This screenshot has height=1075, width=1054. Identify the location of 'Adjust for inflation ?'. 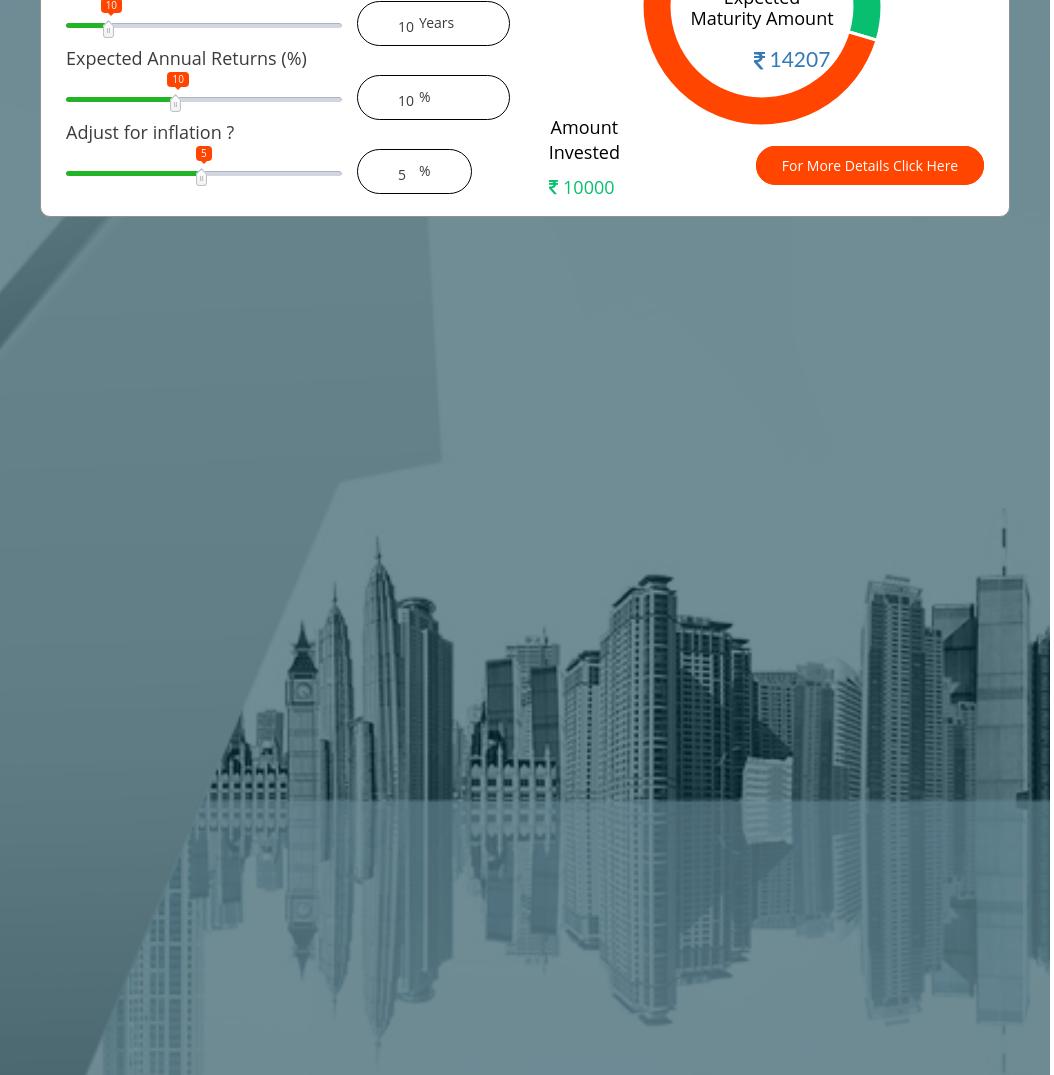
(149, 131).